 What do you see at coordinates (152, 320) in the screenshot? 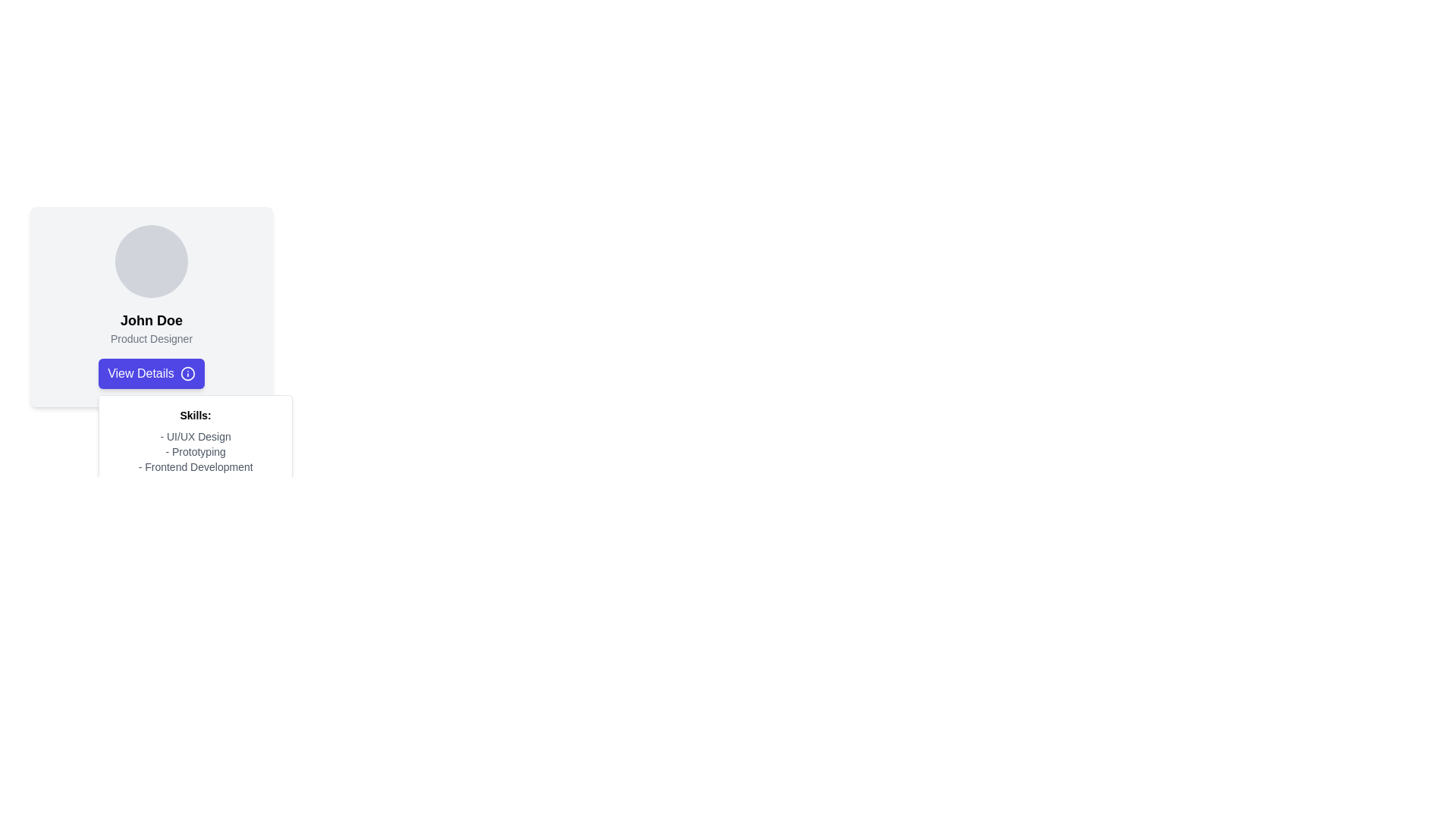
I see `the text label displaying 'John Doe', which is positioned below a circular image and above the job title 'Product Designer'` at bounding box center [152, 320].